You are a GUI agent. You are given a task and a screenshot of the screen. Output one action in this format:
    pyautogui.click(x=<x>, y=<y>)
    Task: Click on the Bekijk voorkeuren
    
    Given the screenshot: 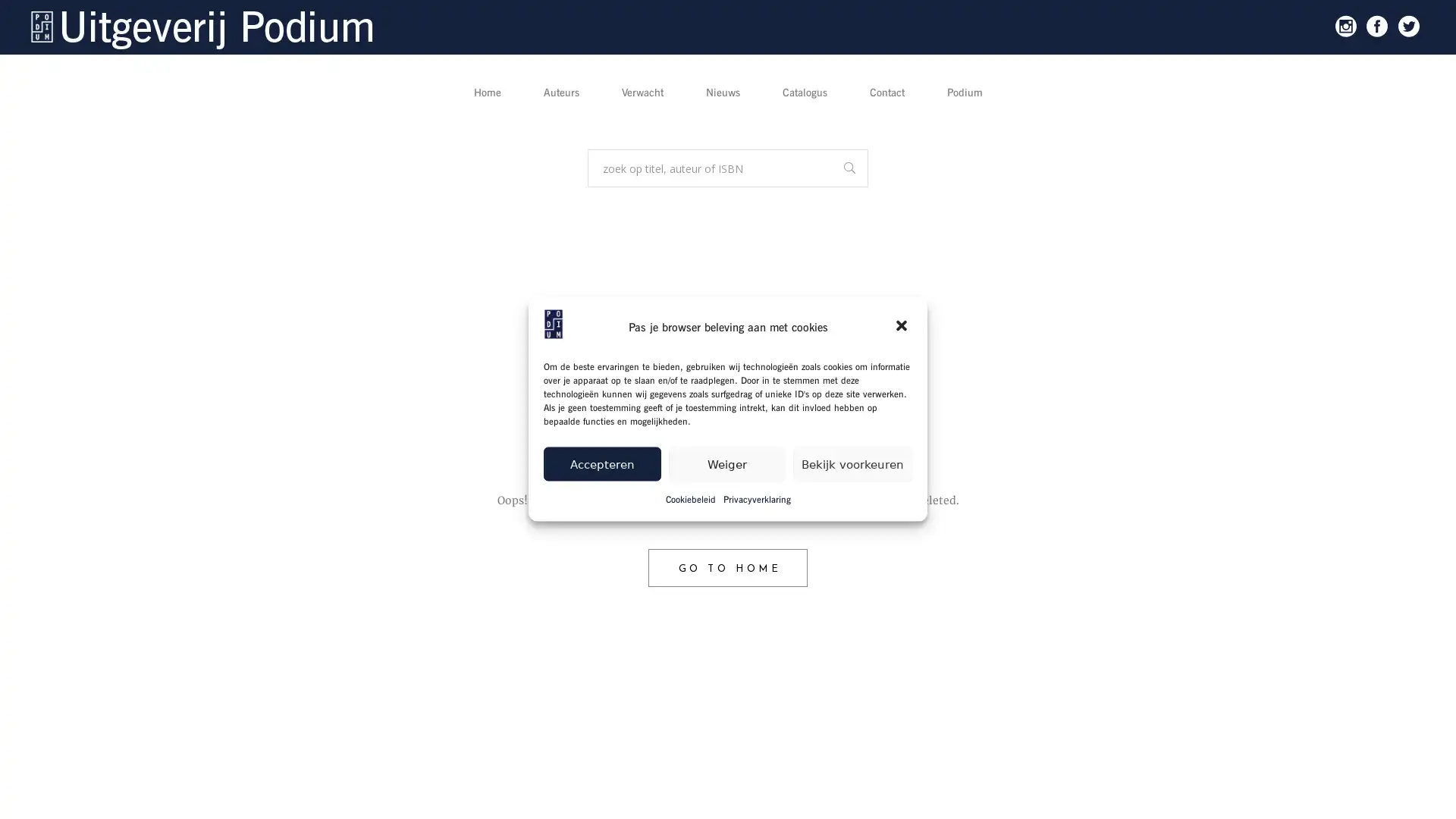 What is the action you would take?
    pyautogui.click(x=852, y=463)
    